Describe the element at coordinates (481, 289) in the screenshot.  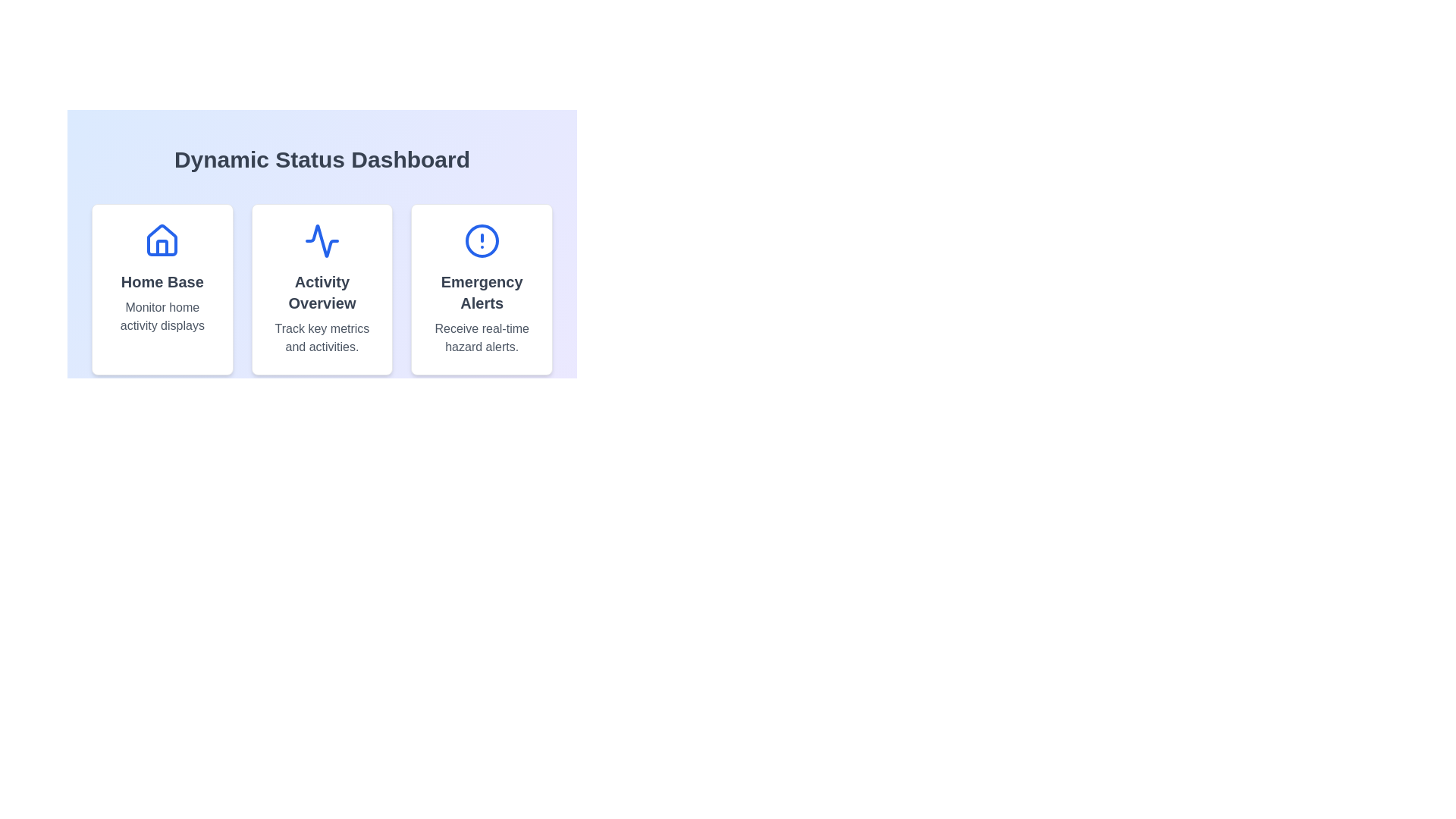
I see `the Informational Card that contains the blue alert icon and the text 'Emergency Alerts'` at that location.